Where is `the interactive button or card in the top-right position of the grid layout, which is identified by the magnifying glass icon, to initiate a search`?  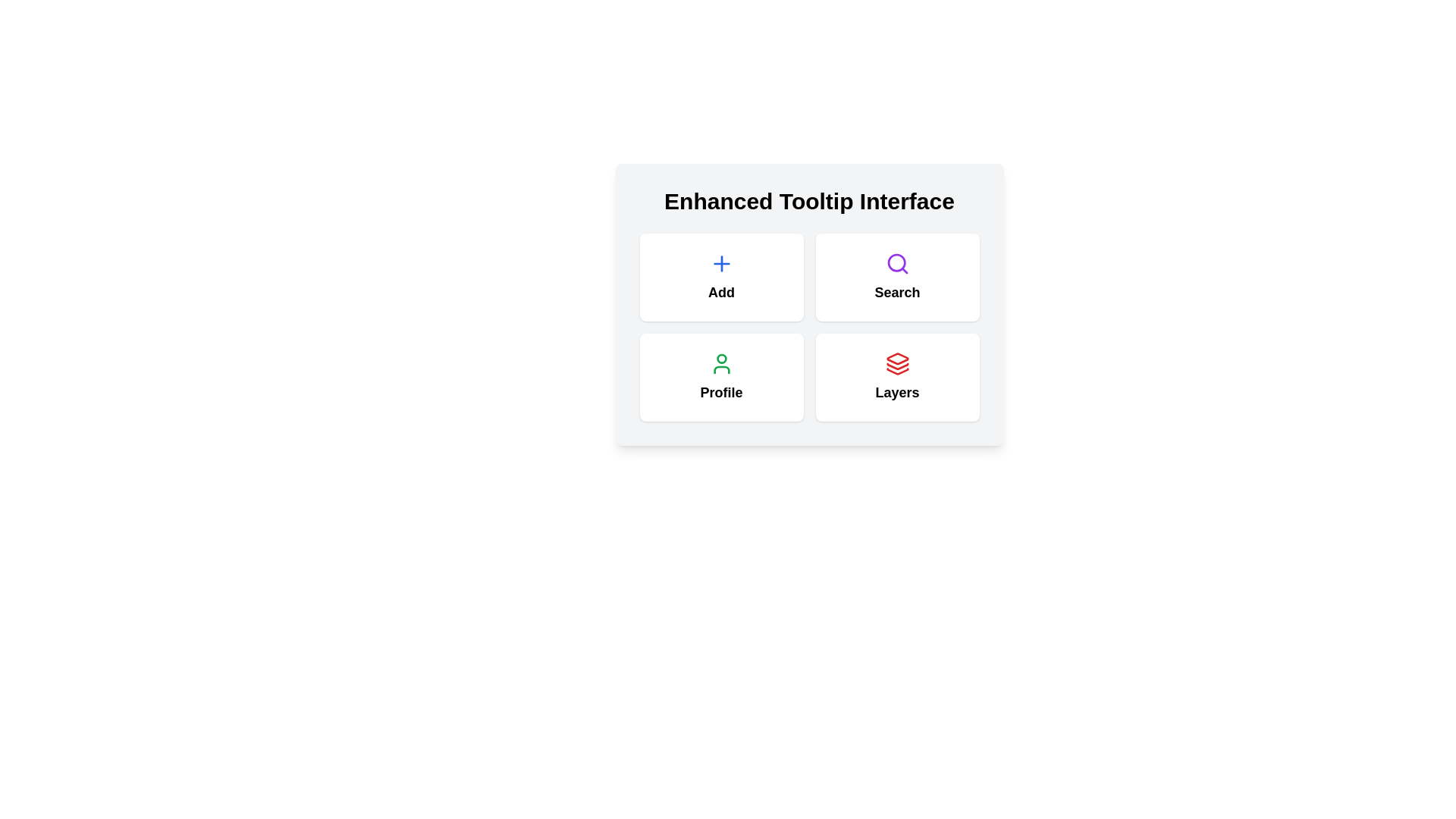
the interactive button or card in the top-right position of the grid layout, which is identified by the magnifying glass icon, to initiate a search is located at coordinates (897, 278).